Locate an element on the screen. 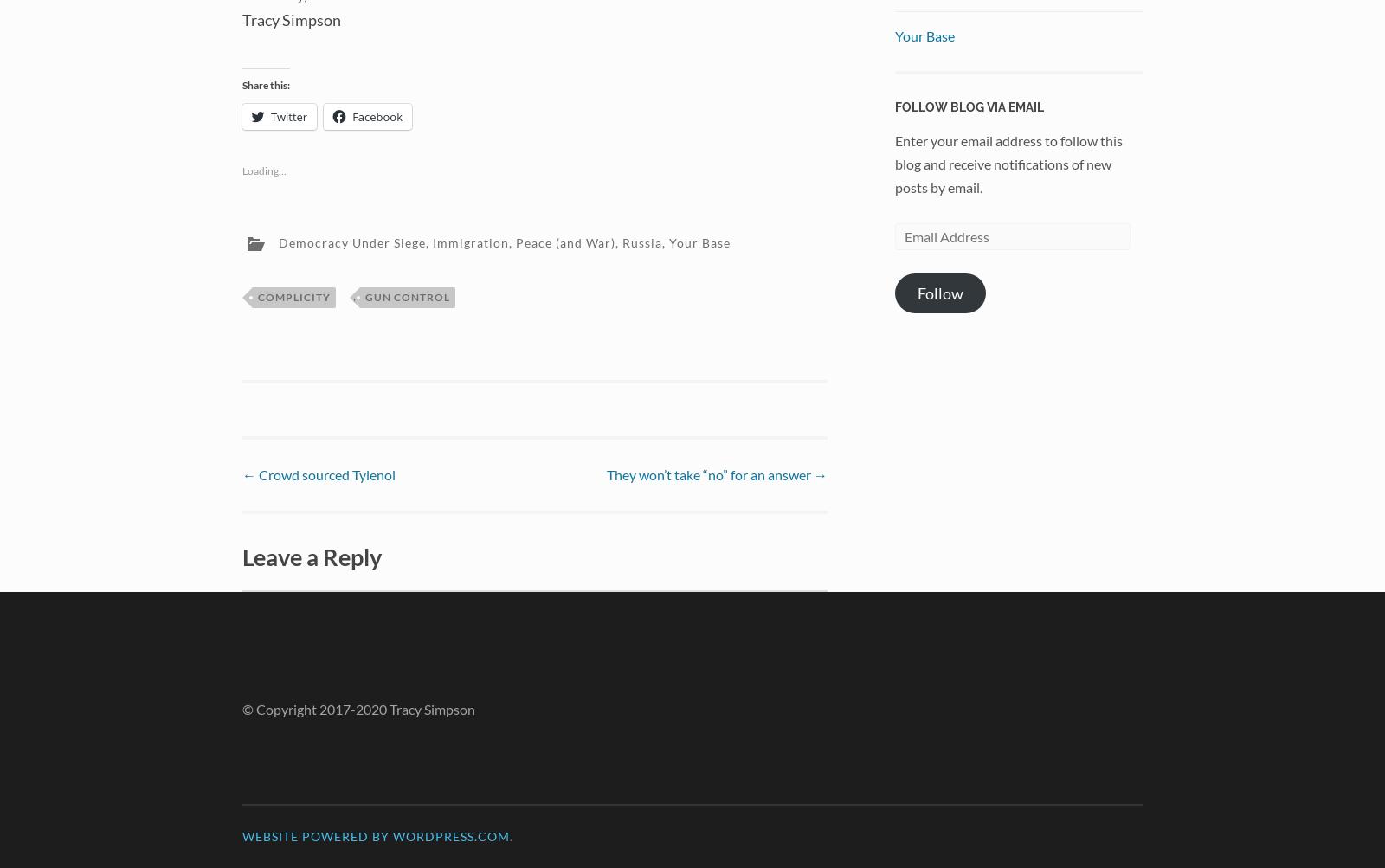 The height and width of the screenshot is (868, 1385). 'Twitter' is located at coordinates (288, 115).